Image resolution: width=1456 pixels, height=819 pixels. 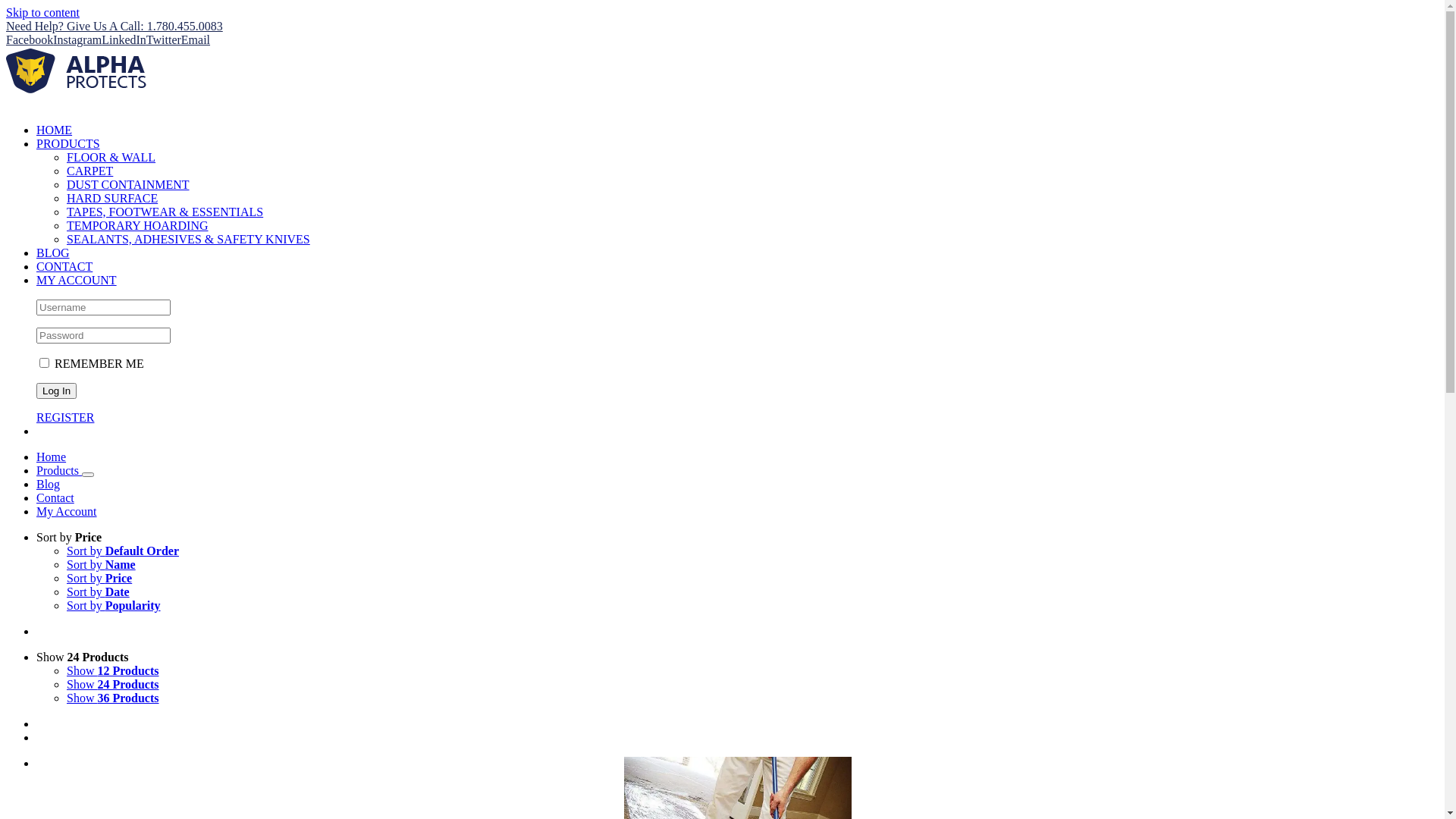 What do you see at coordinates (110, 157) in the screenshot?
I see `'FLOOR & WALL'` at bounding box center [110, 157].